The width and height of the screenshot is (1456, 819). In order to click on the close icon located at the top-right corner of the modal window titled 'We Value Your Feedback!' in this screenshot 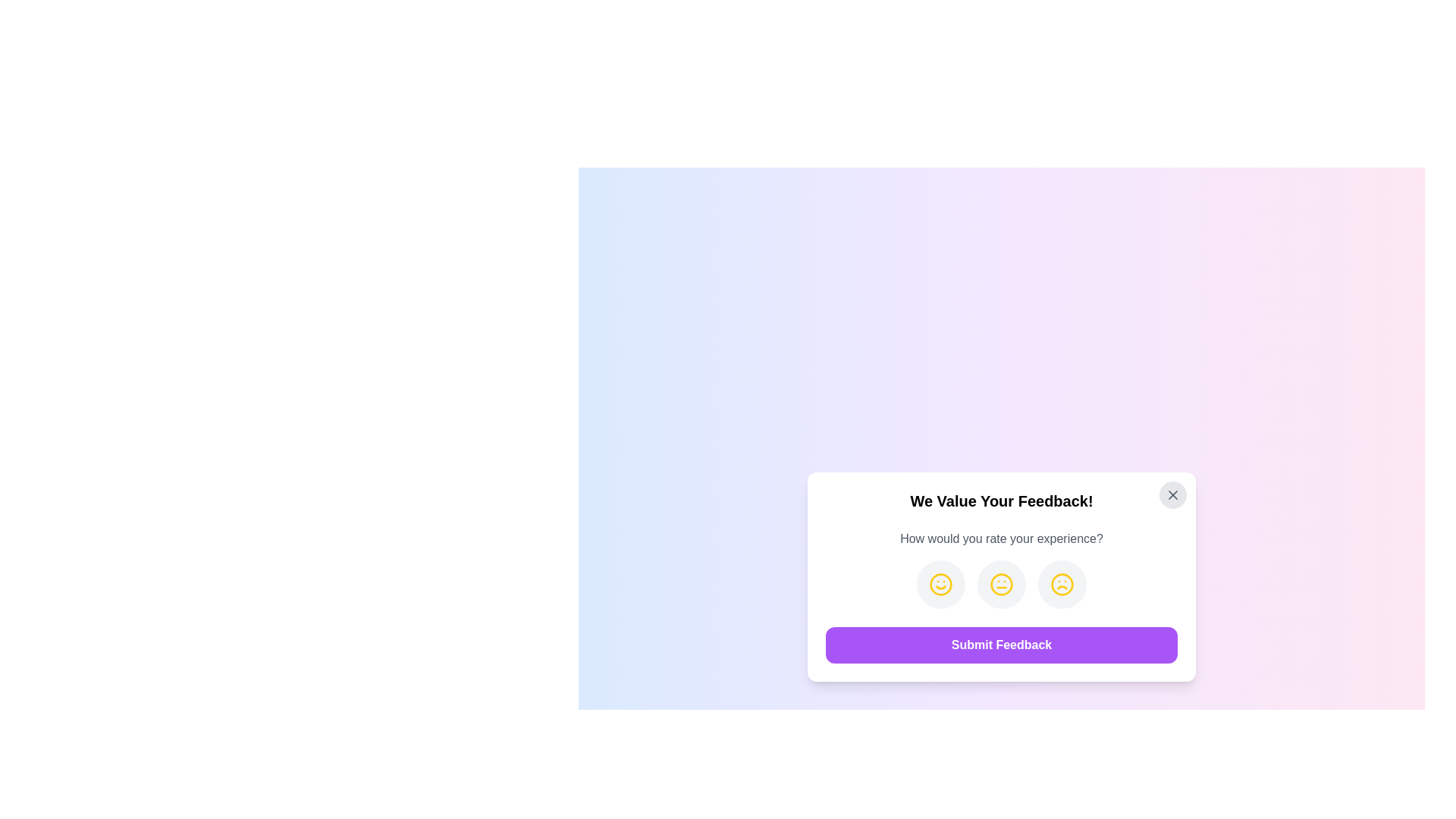, I will do `click(1172, 494)`.